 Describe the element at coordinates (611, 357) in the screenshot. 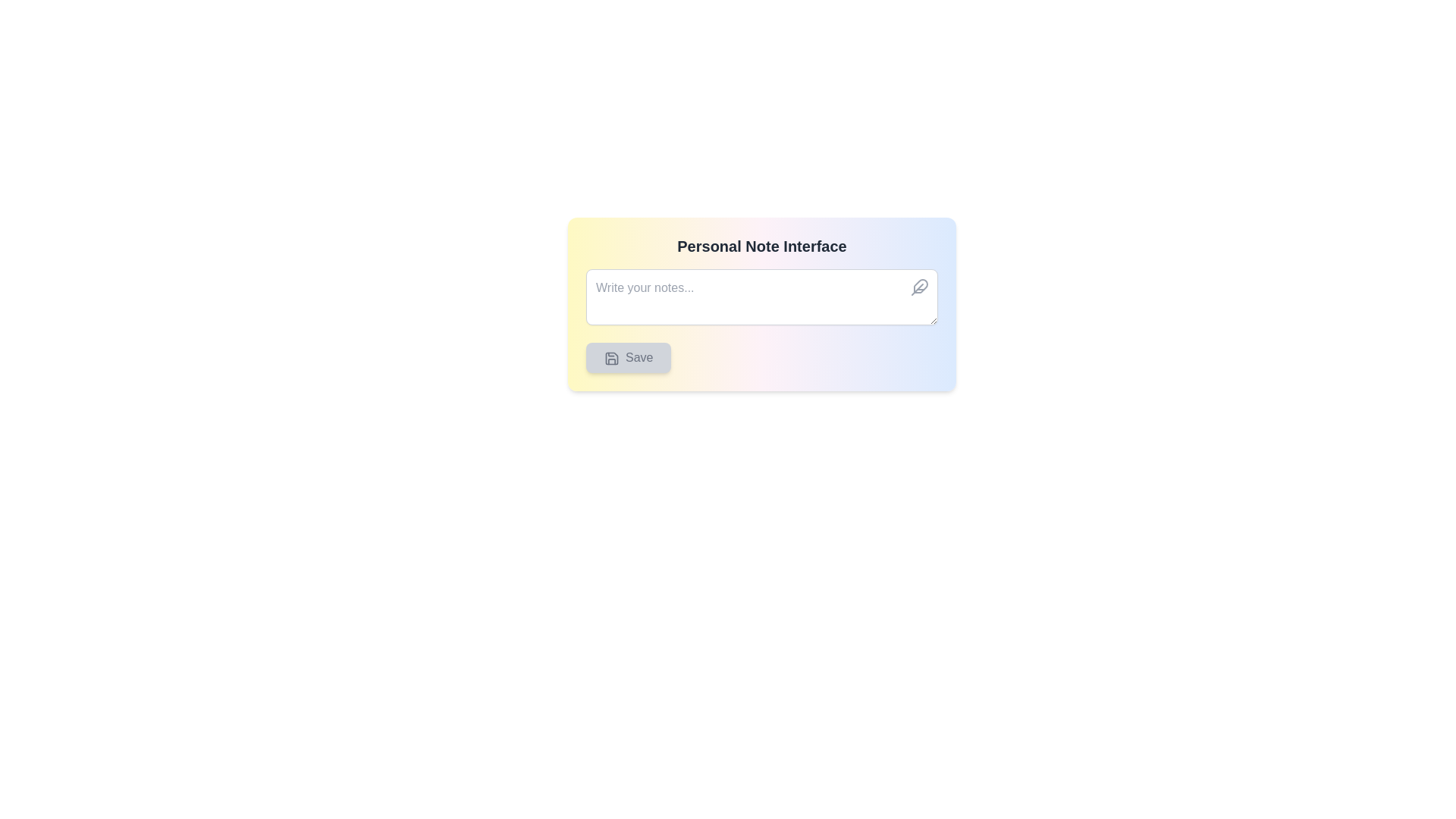

I see `the folder icon located on the toolbar next to the 'Save' button for the context menu` at that location.